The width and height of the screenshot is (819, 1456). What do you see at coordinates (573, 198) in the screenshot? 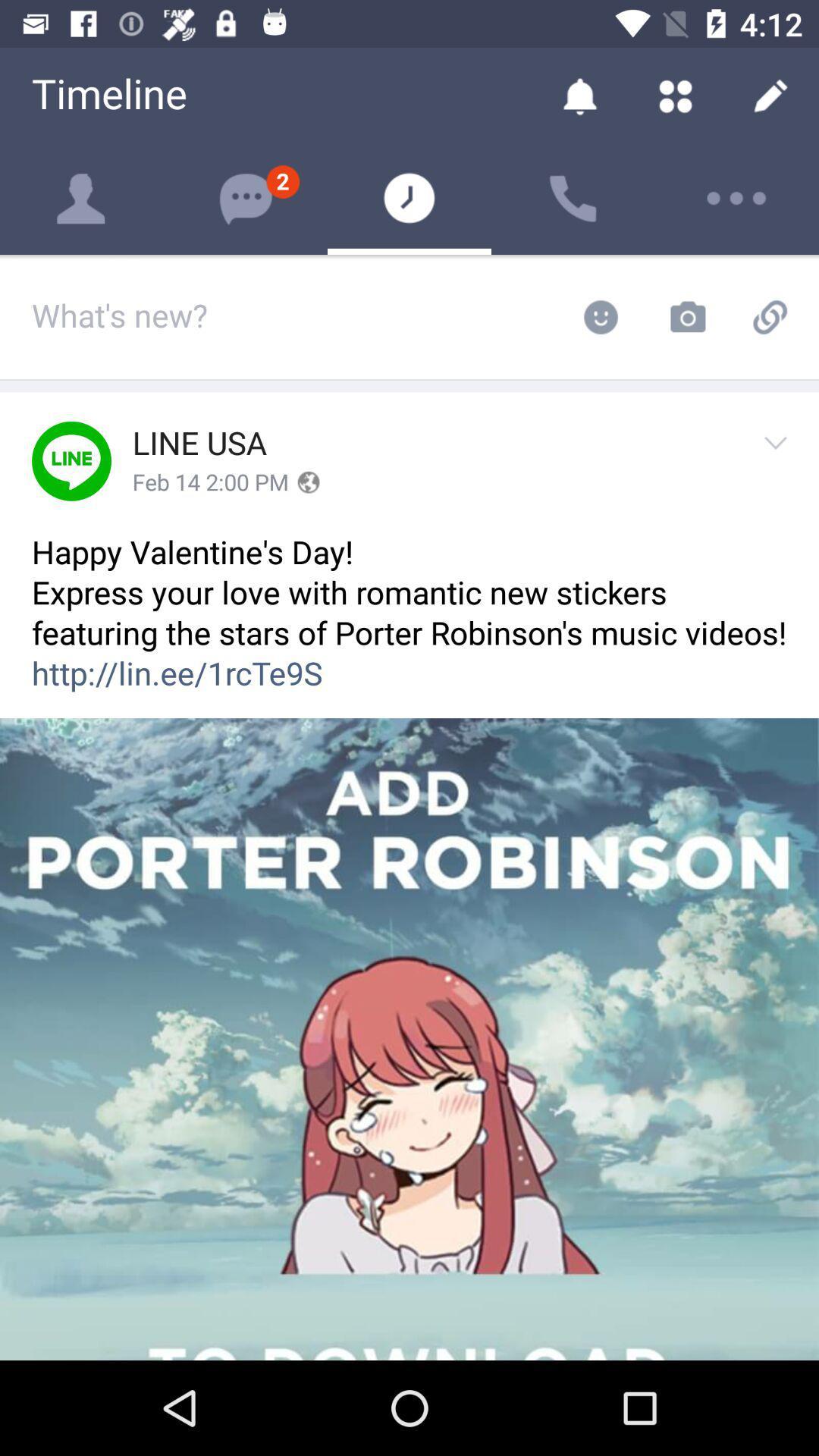
I see `the call icon` at bounding box center [573, 198].